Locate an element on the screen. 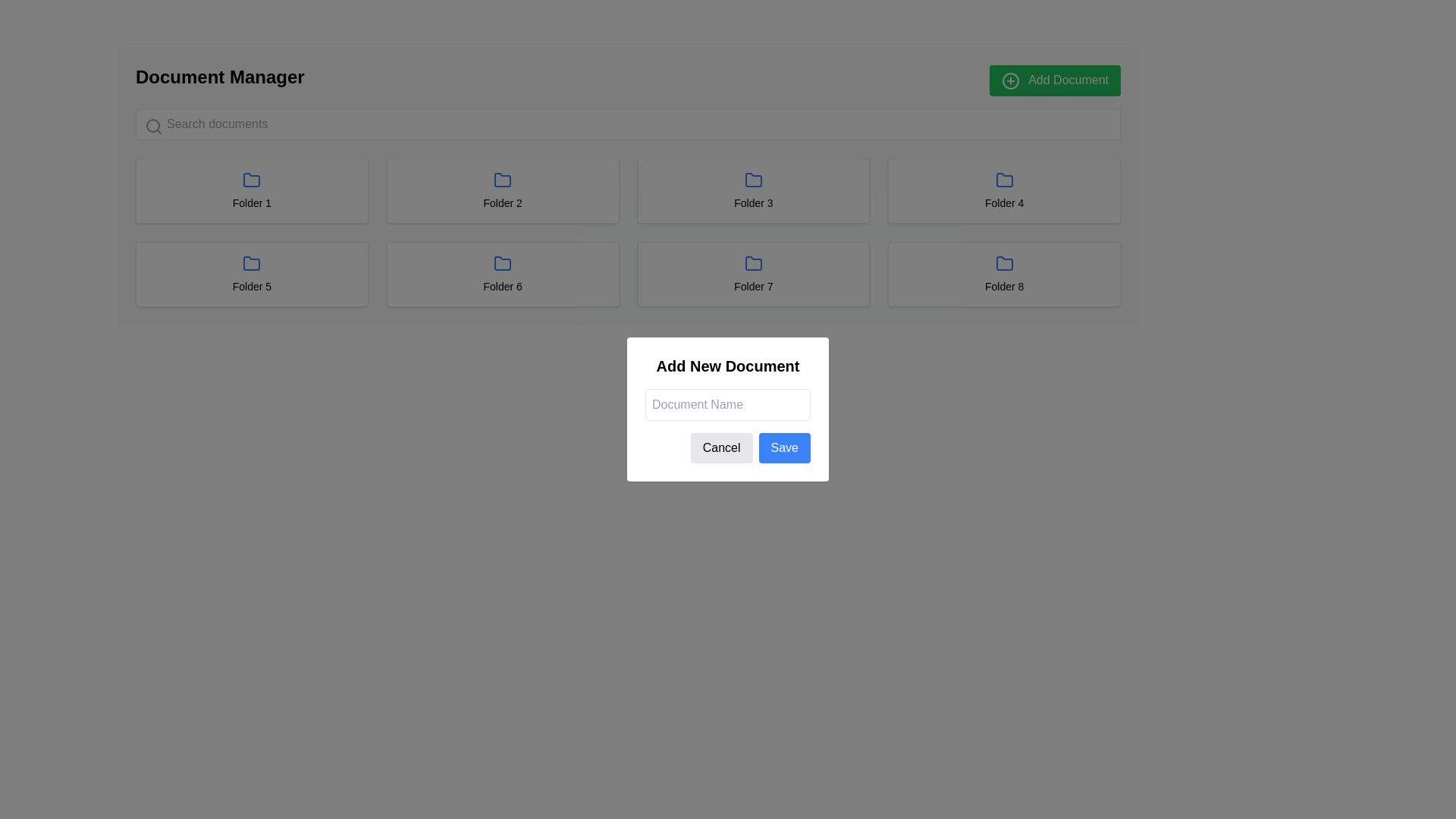  the blue folder icon that represents 'Folder 5' is located at coordinates (252, 262).